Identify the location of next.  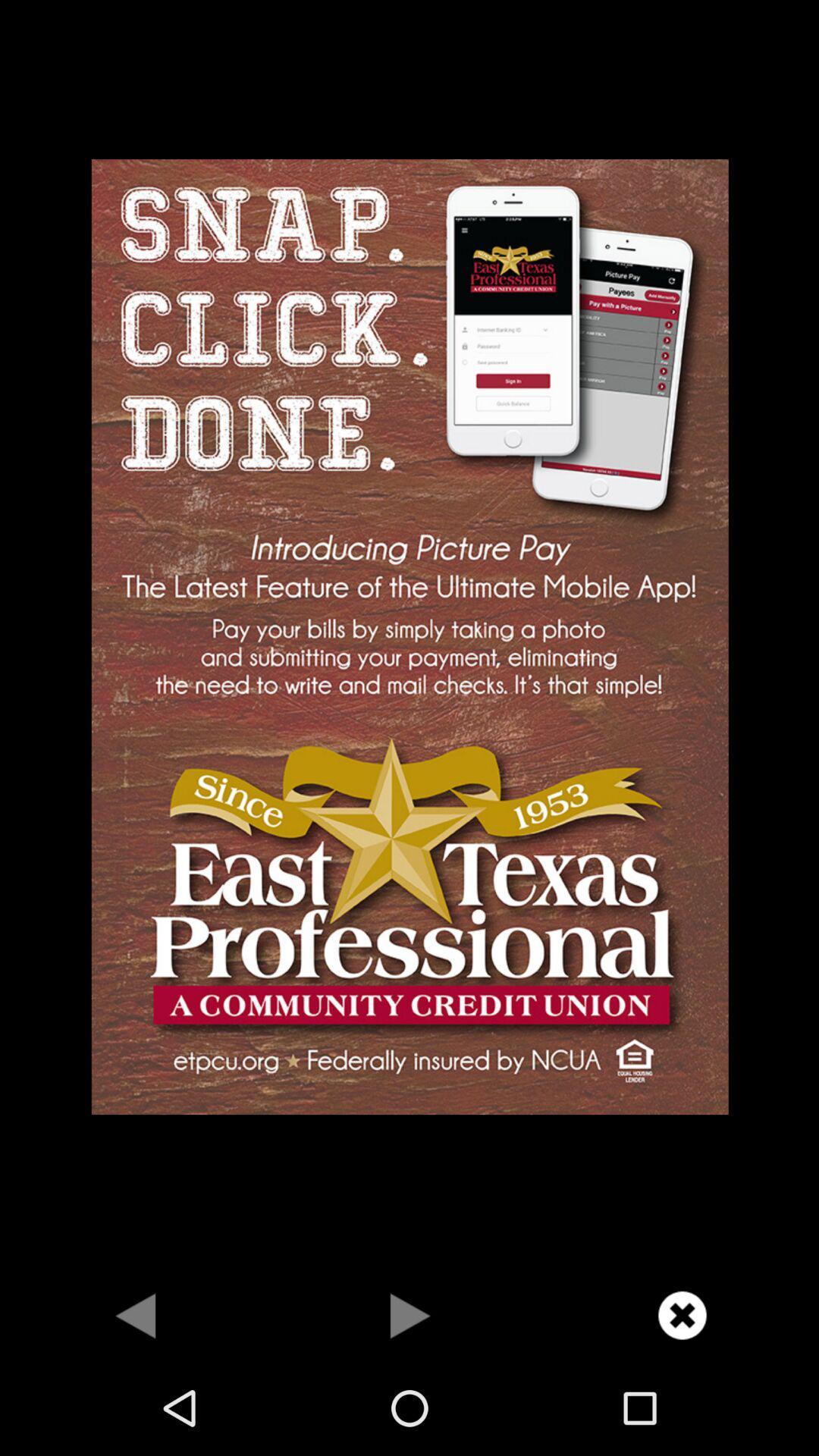
(409, 1314).